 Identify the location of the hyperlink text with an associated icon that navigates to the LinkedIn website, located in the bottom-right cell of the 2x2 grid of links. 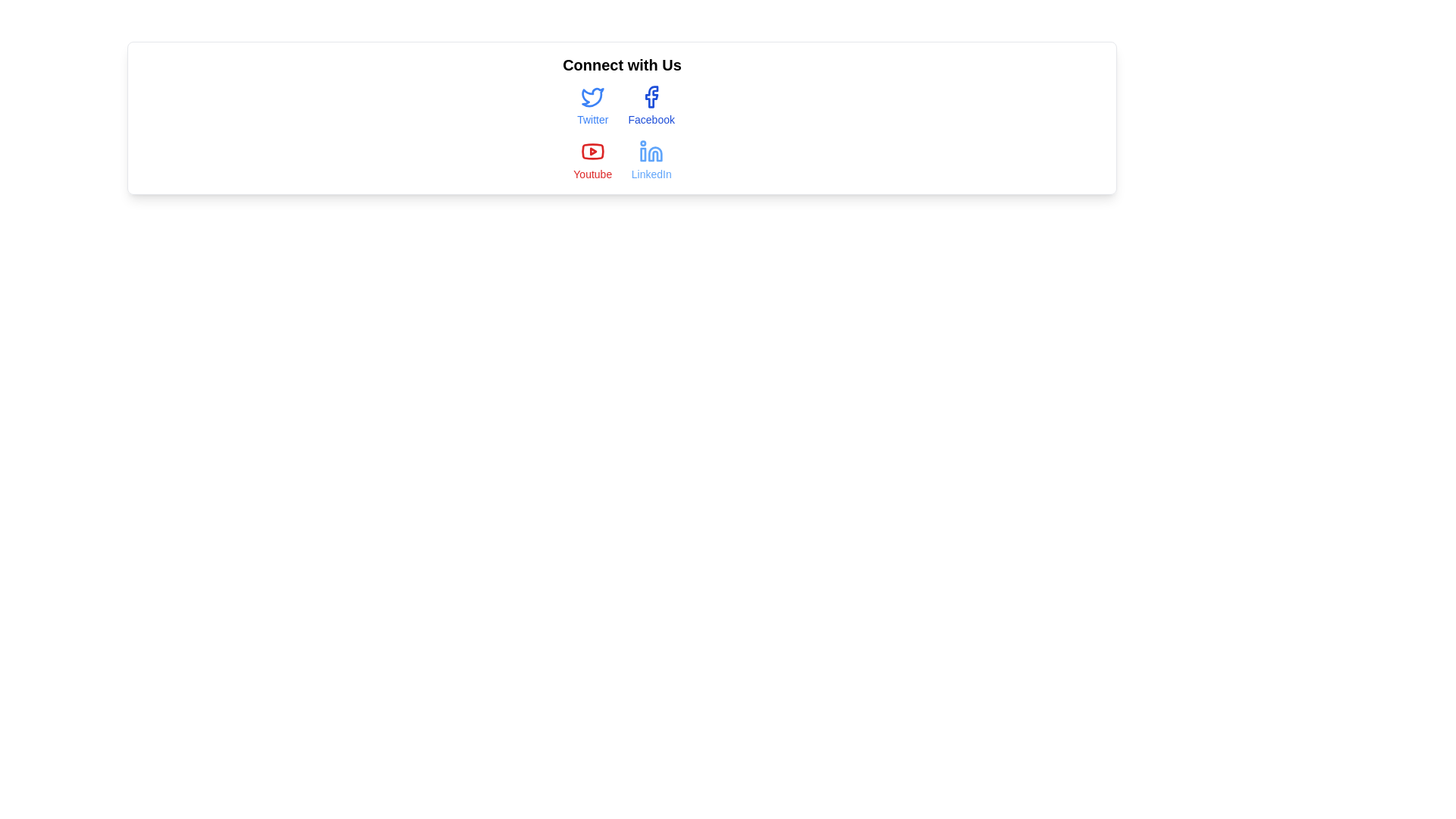
(651, 161).